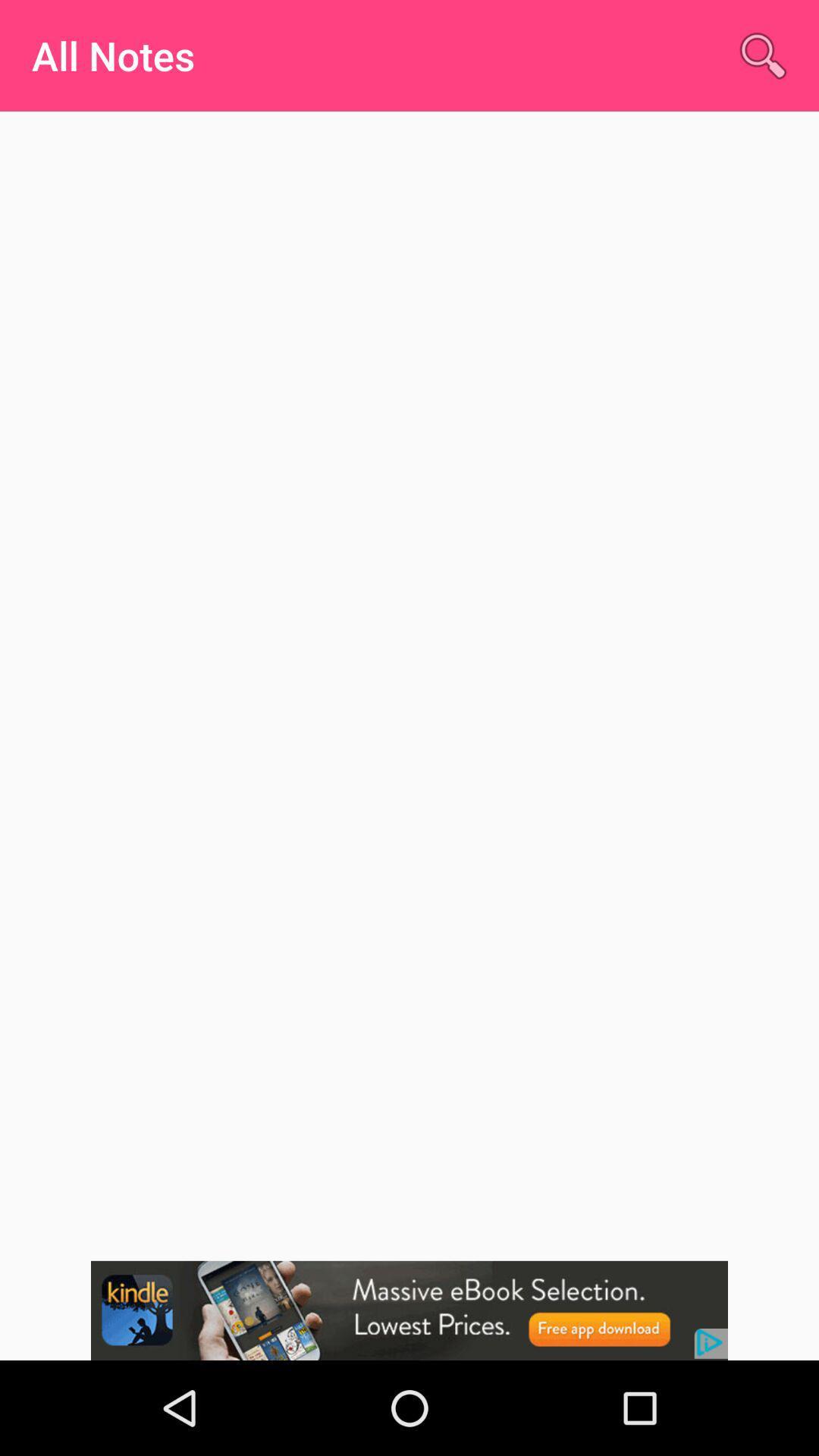  Describe the element at coordinates (409, 1310) in the screenshot. I see `showing the advertisement` at that location.